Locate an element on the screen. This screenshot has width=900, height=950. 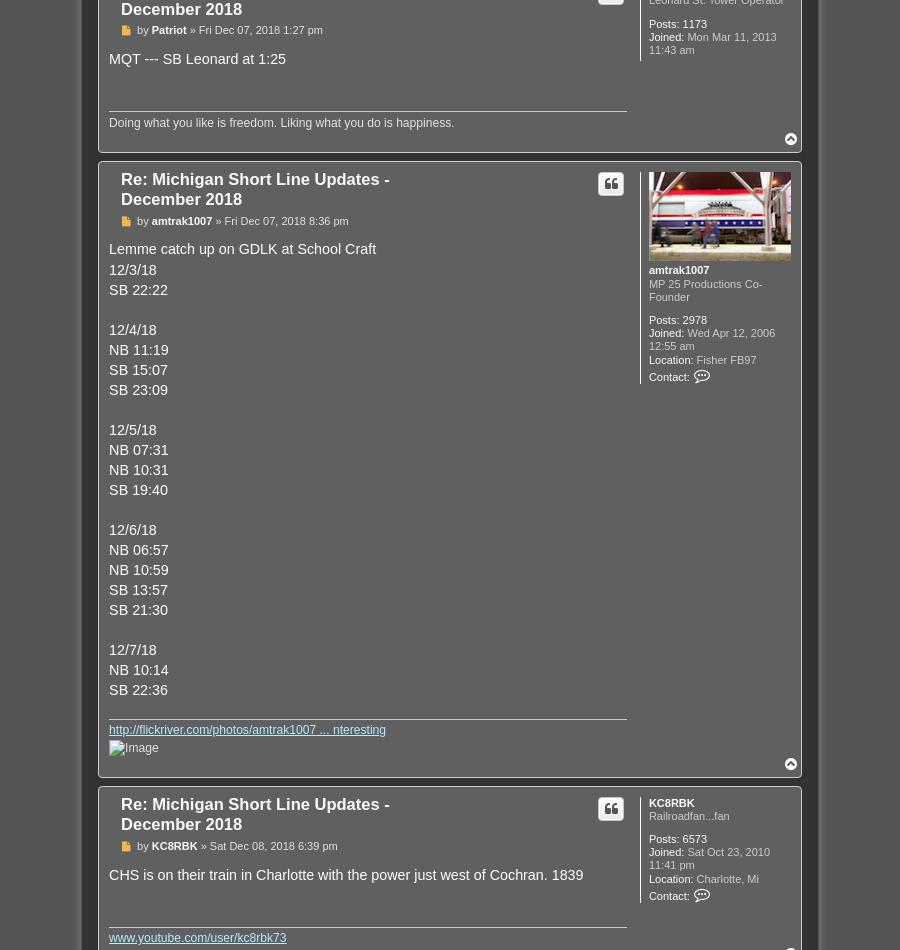
'SB 22:22' is located at coordinates (137, 287).